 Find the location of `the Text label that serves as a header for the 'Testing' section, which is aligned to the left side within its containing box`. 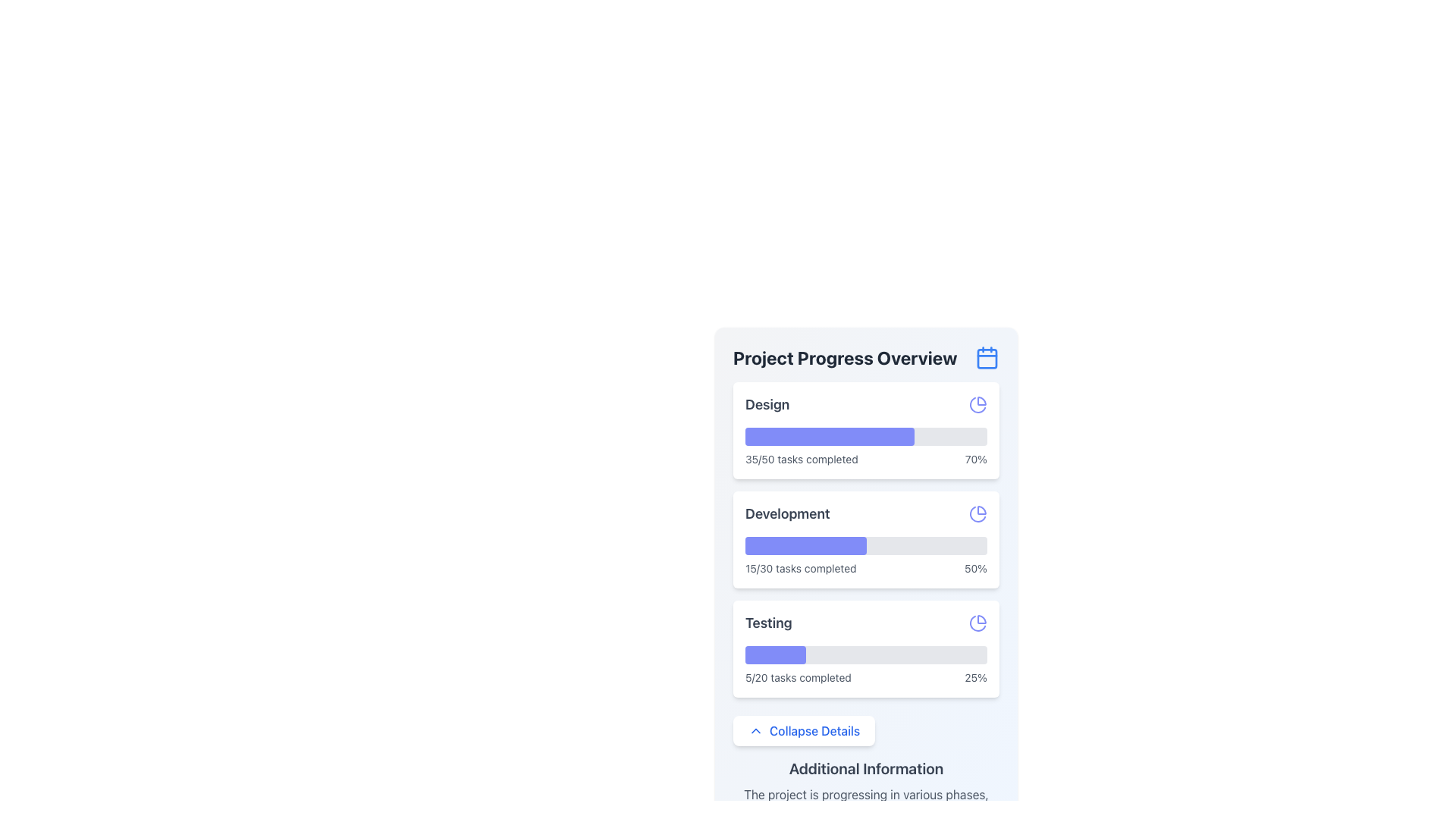

the Text label that serves as a header for the 'Testing' section, which is aligned to the left side within its containing box is located at coordinates (768, 623).